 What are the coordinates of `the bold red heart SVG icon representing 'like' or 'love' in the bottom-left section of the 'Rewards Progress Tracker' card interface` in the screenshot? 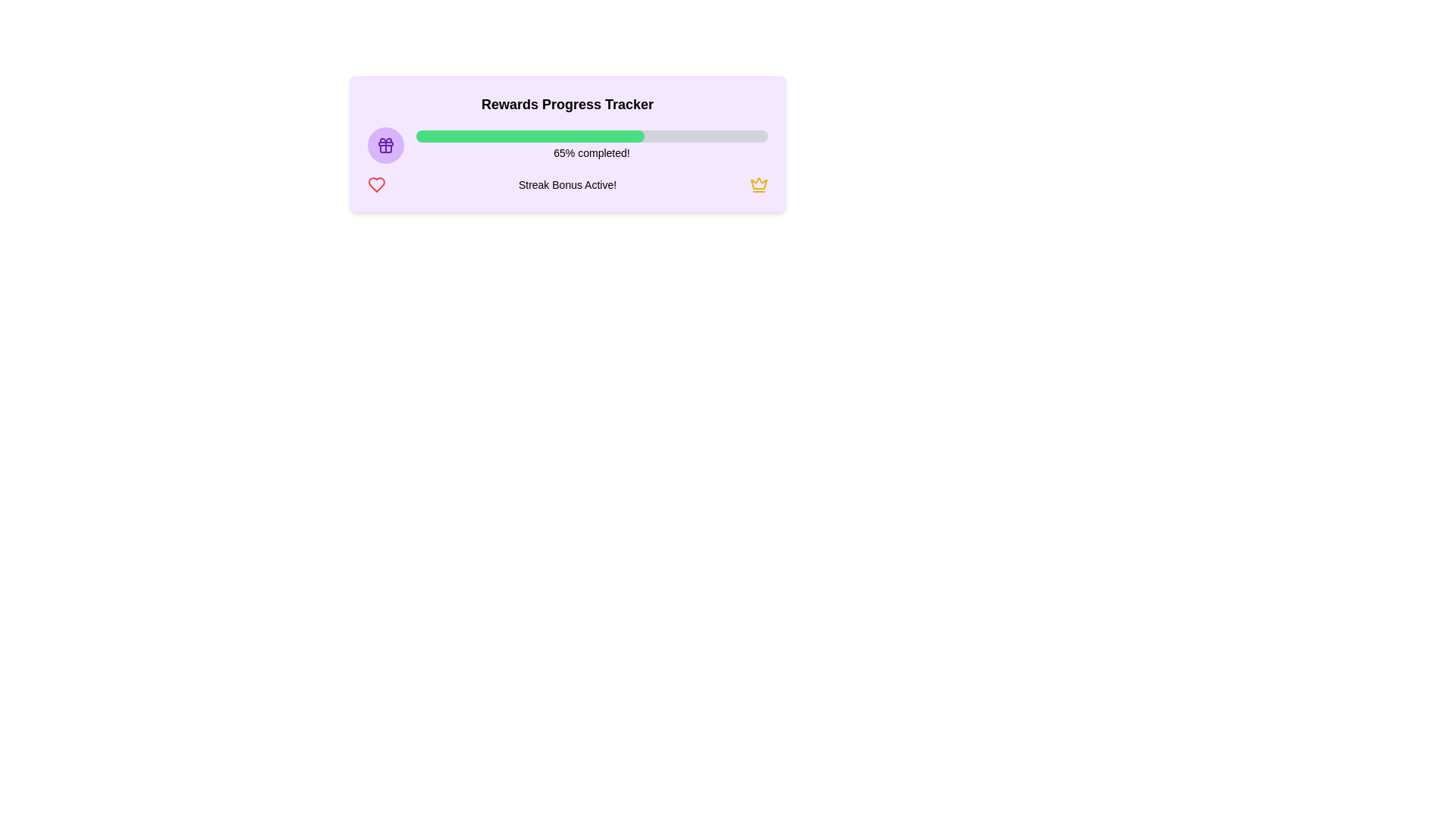 It's located at (376, 184).